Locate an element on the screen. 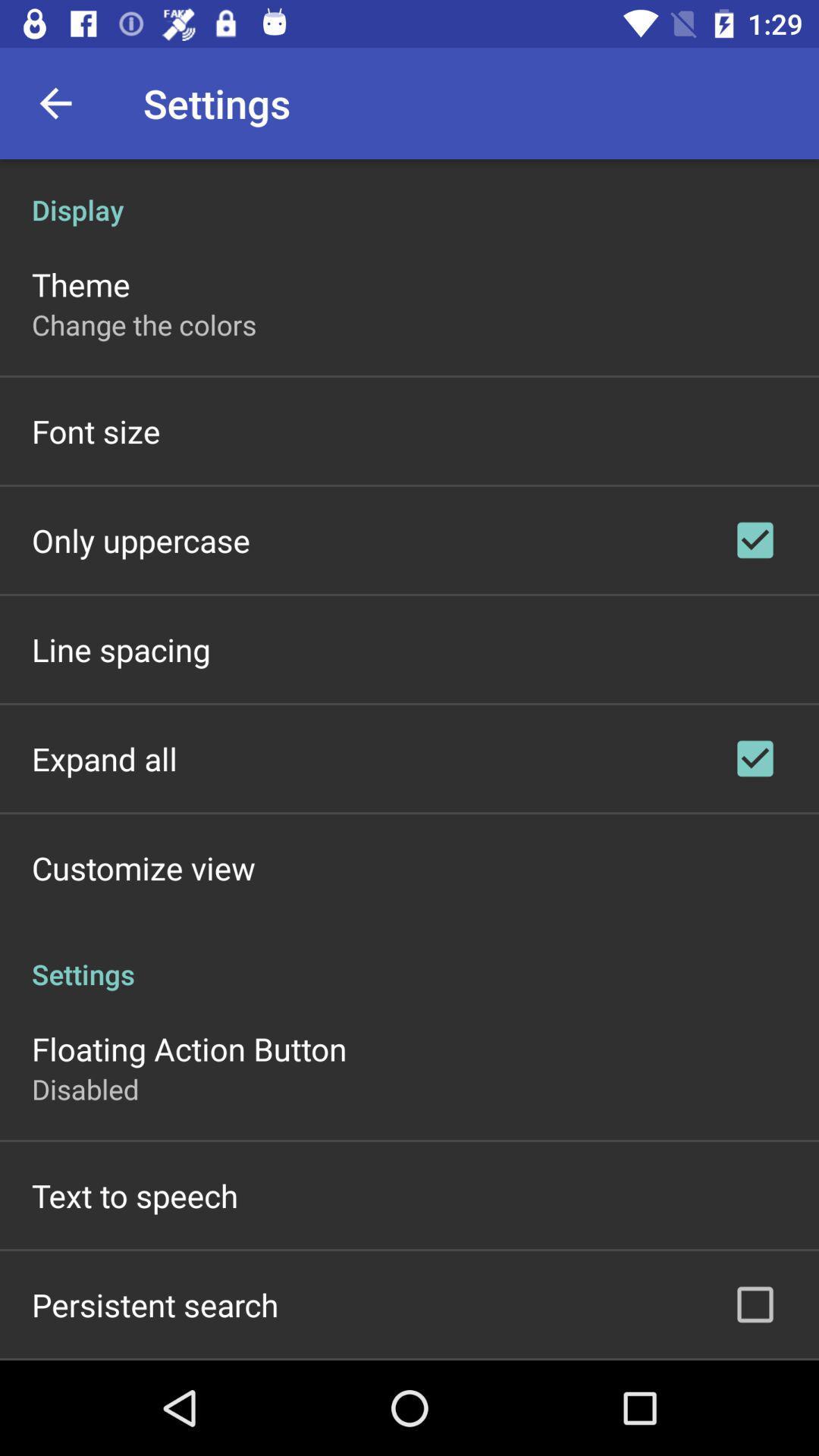 The image size is (819, 1456). the expand all item is located at coordinates (104, 758).